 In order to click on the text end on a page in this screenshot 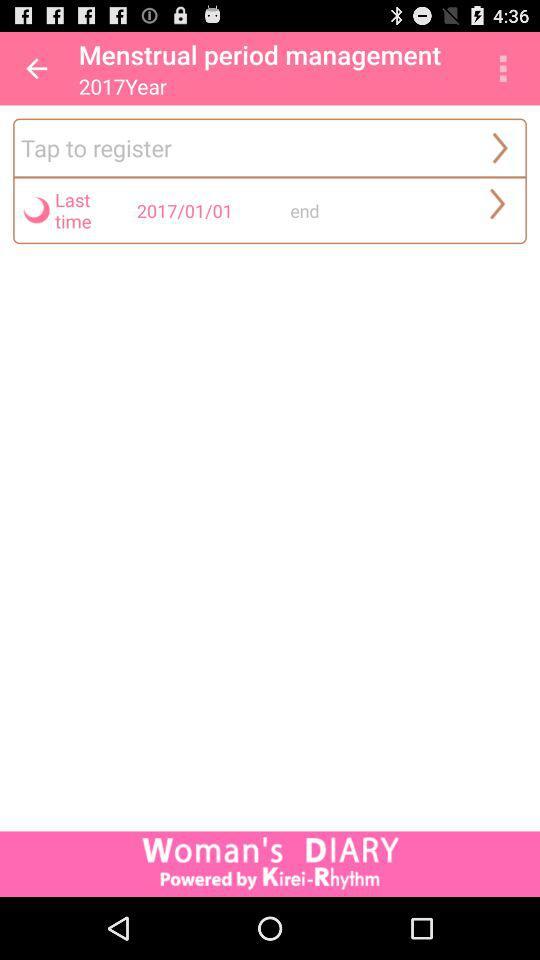, I will do `click(361, 210)`.